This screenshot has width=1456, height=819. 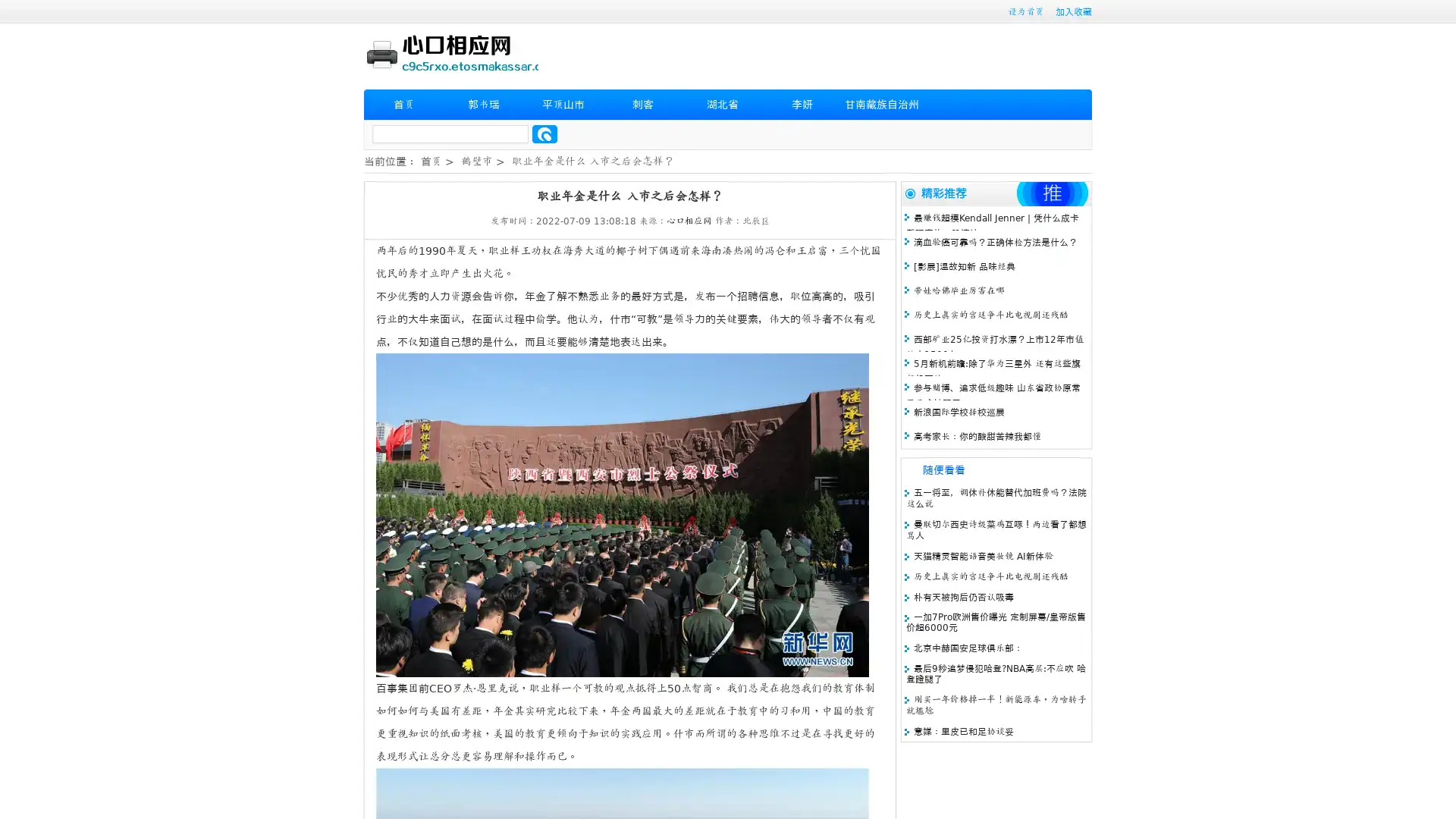 I want to click on Search, so click(x=544, y=133).